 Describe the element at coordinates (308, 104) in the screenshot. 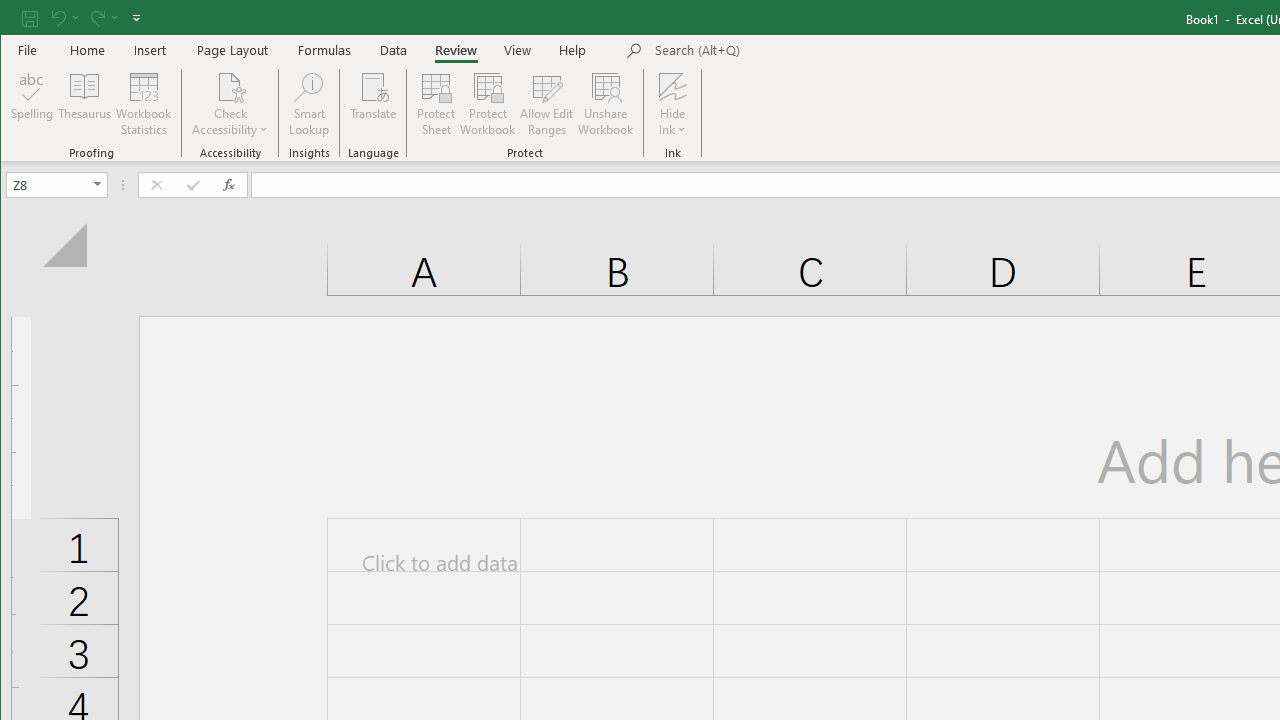

I see `'Smart Lookup'` at that location.